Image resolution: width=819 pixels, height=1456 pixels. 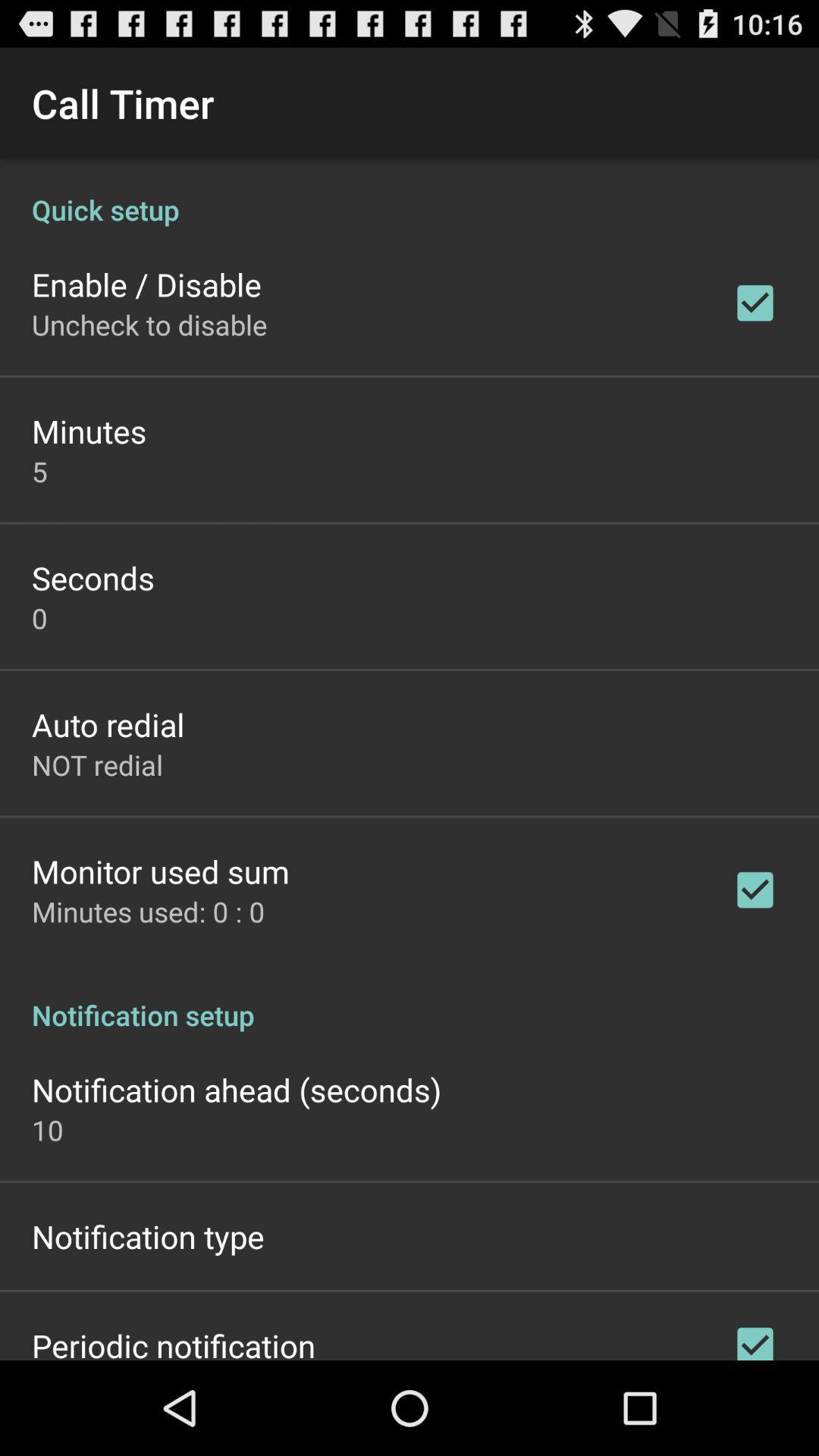 I want to click on 10 icon, so click(x=46, y=1130).